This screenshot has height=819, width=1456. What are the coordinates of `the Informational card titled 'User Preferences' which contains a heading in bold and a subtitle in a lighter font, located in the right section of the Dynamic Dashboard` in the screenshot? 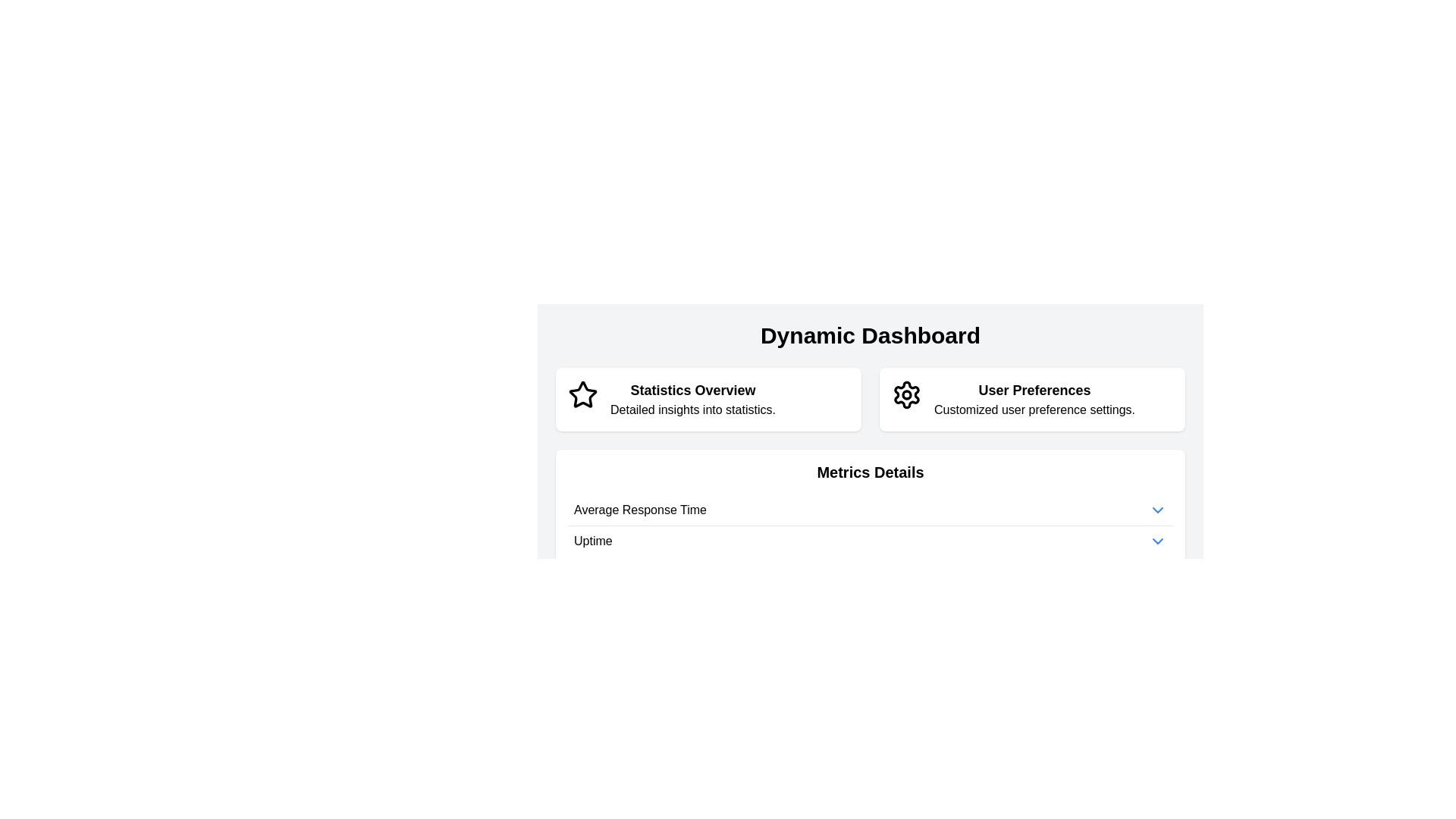 It's located at (1034, 399).